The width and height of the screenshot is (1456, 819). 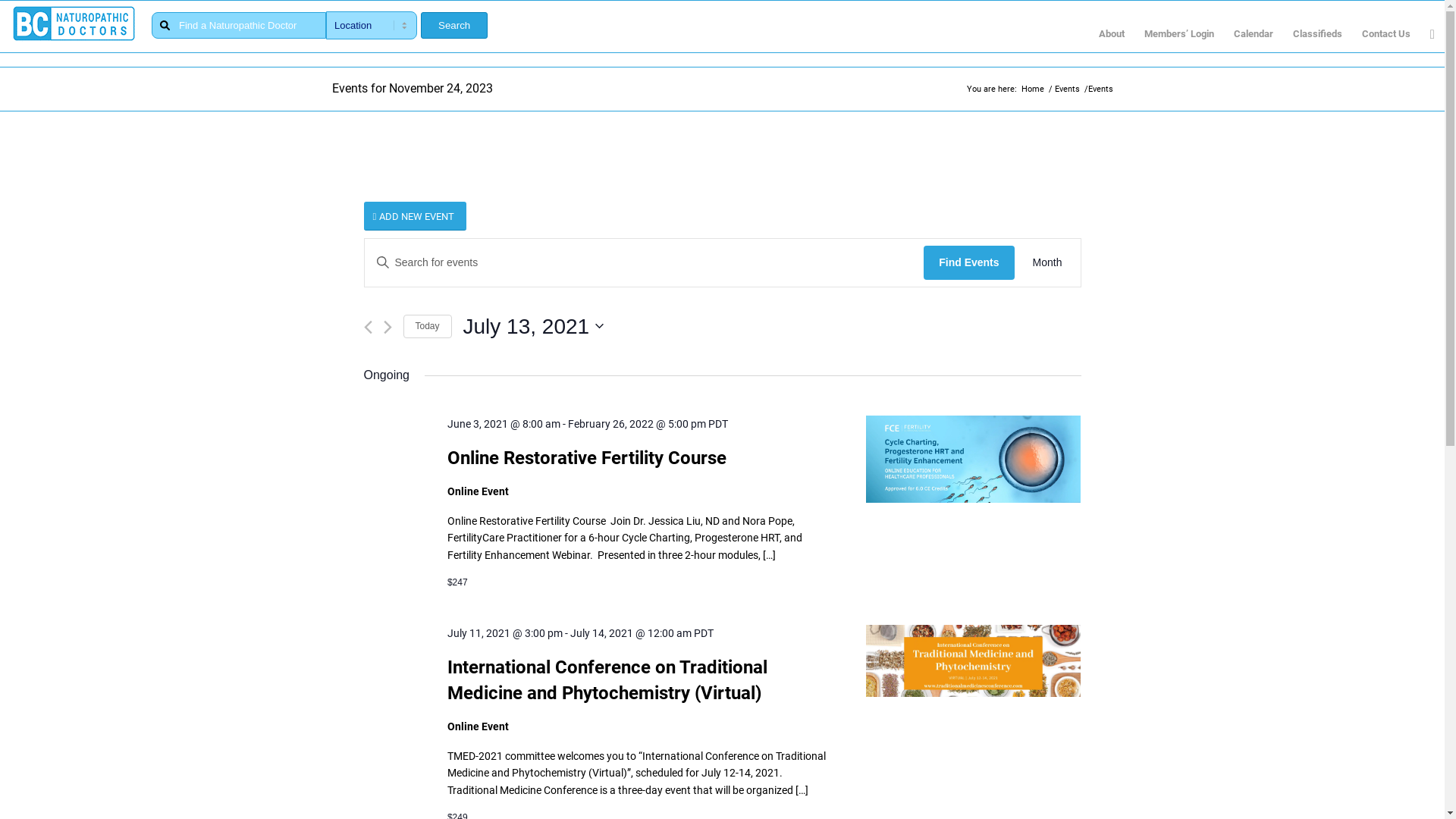 I want to click on 'Search', so click(x=453, y=25).